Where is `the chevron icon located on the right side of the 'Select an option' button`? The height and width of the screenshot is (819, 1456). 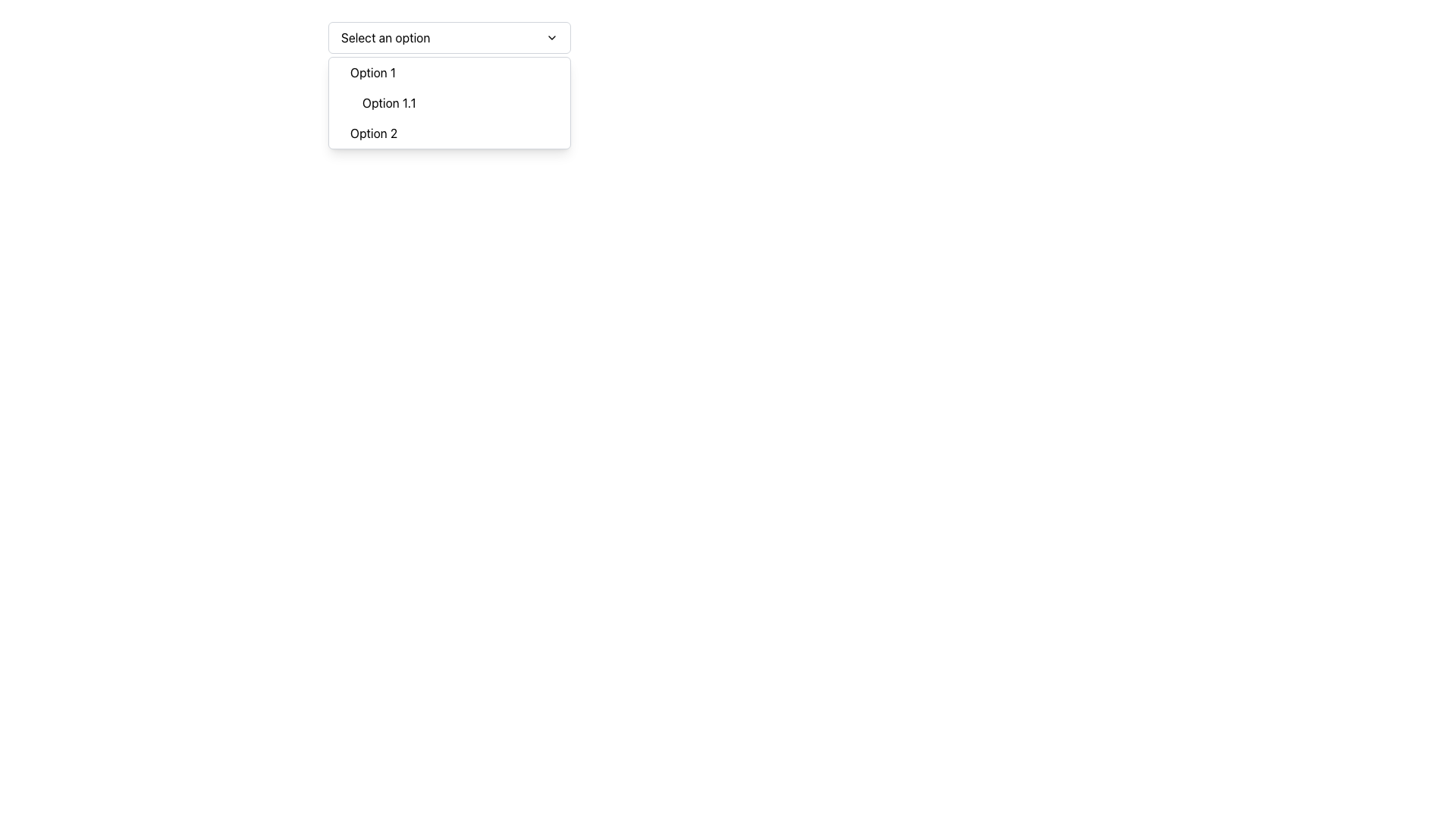 the chevron icon located on the right side of the 'Select an option' button is located at coordinates (551, 37).